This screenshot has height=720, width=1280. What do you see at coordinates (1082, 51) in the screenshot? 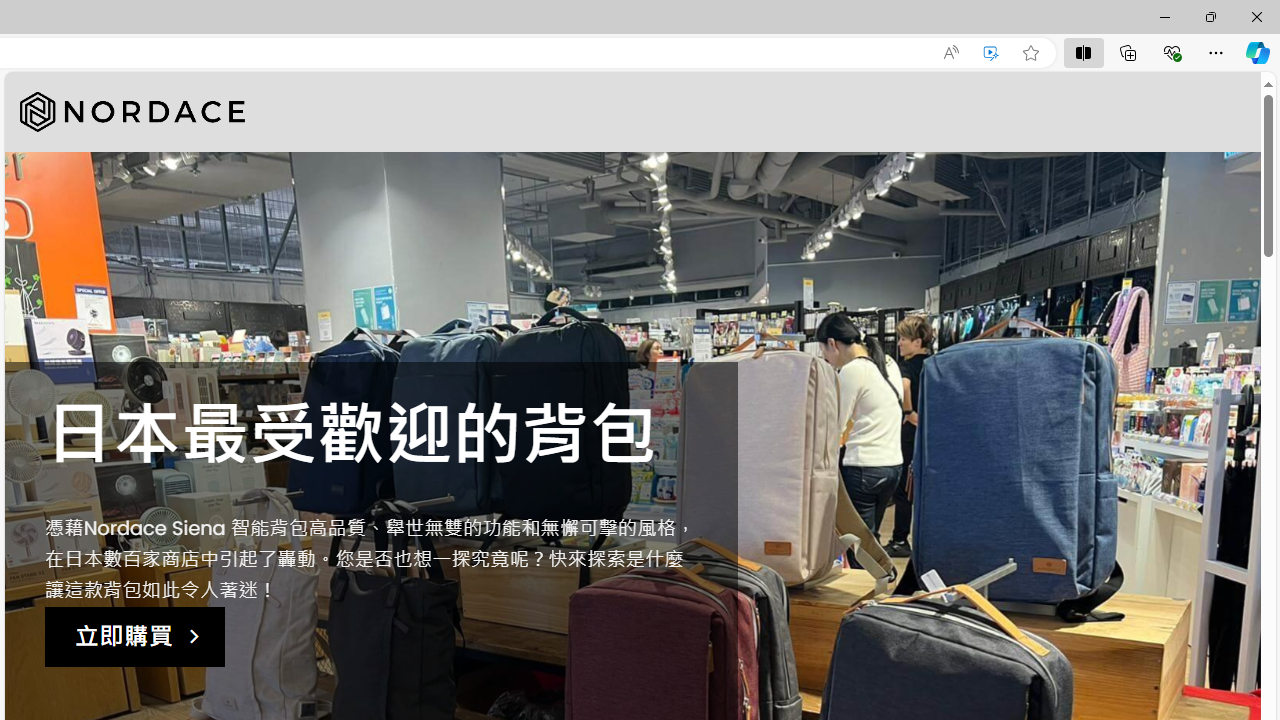
I see `'Split screen'` at bounding box center [1082, 51].